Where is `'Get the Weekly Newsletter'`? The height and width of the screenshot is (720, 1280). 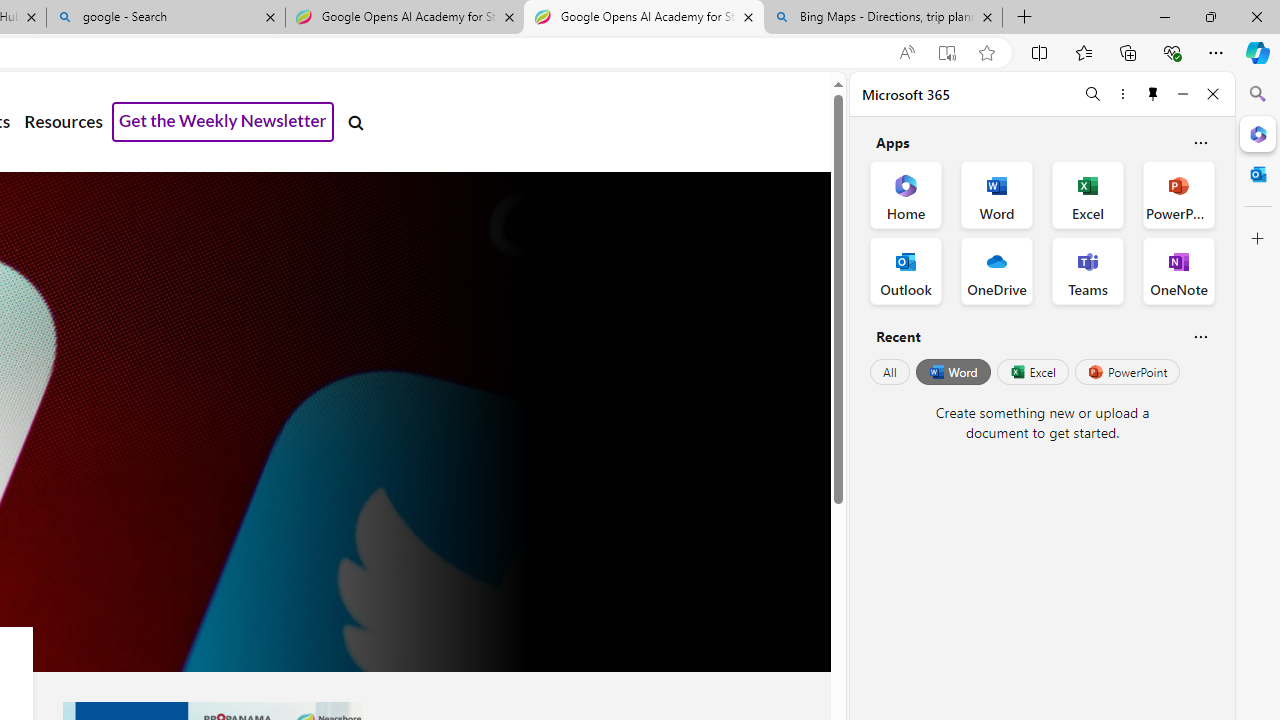 'Get the Weekly Newsletter' is located at coordinates (223, 122).